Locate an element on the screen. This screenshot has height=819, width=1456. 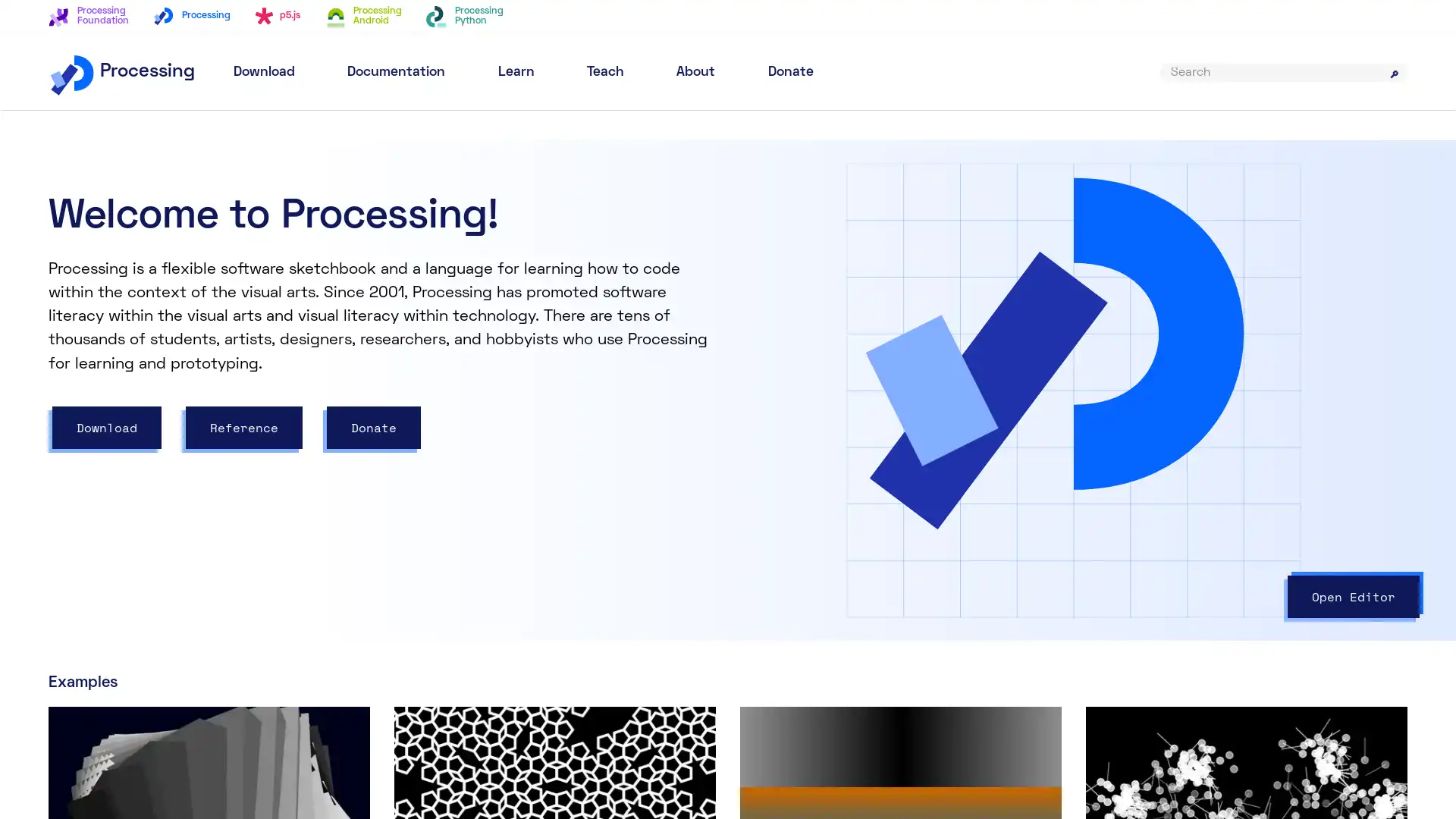
SQUARE is located at coordinates (860, 346).